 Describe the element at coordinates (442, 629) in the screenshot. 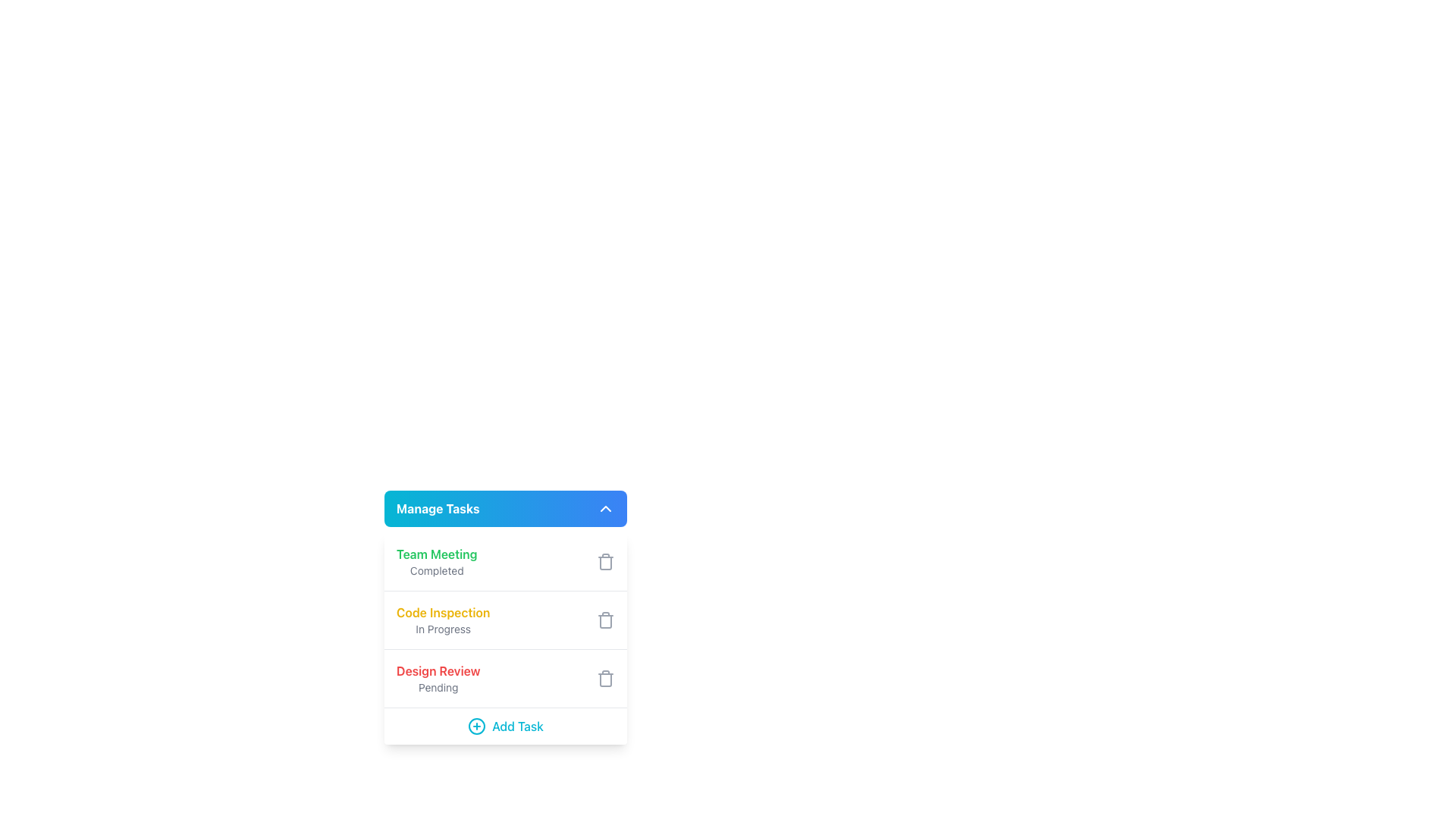

I see `the text label indicating the current status of the task titled 'Code Inspection', which is located below the title and above the subsequent task item entry 'Design Review'` at that location.